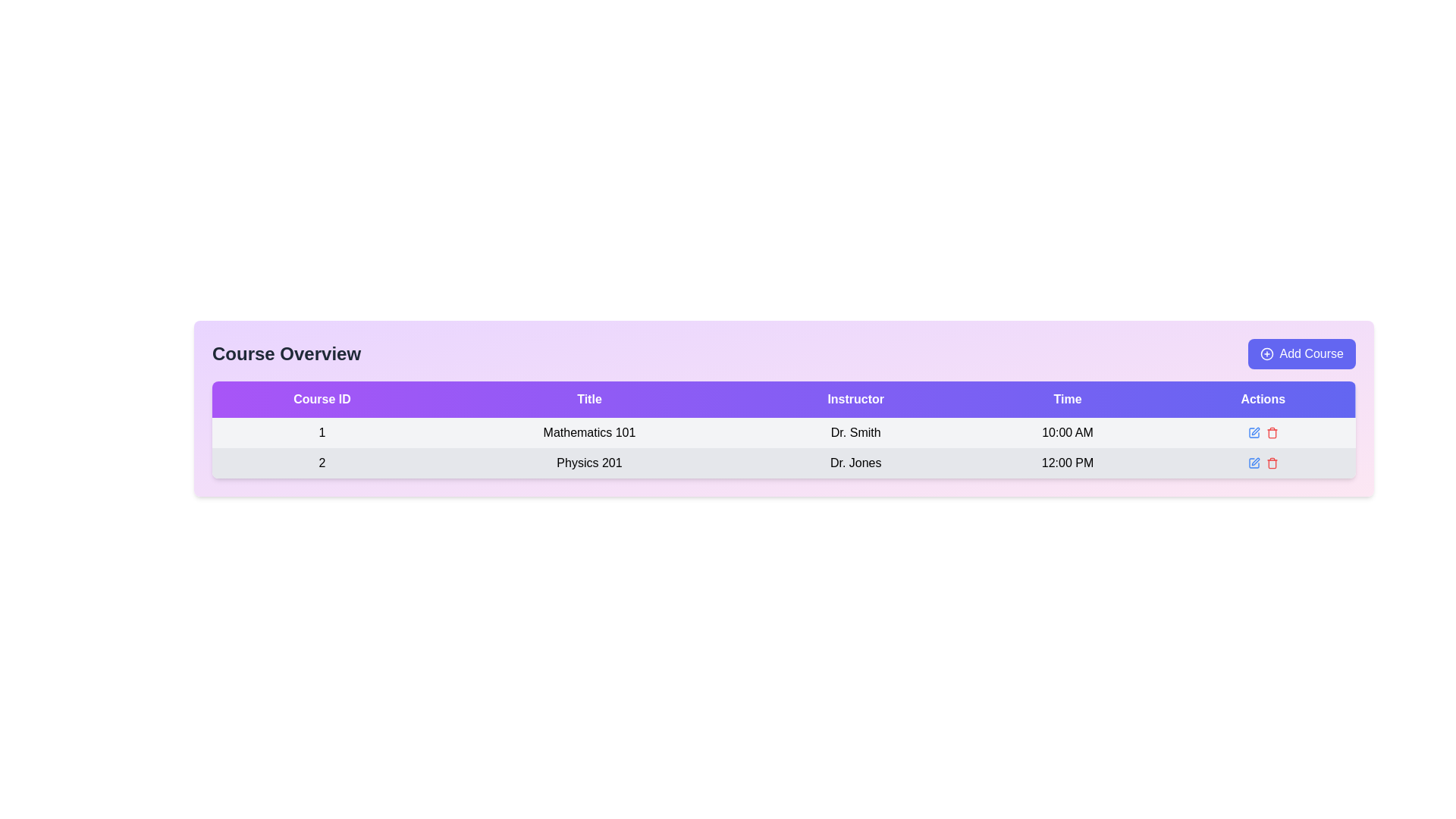 The width and height of the screenshot is (1456, 819). What do you see at coordinates (322, 432) in the screenshot?
I see `the first table cell that serves as the identifier for the first row in the course overview table, located under the 'Course ID' header` at bounding box center [322, 432].